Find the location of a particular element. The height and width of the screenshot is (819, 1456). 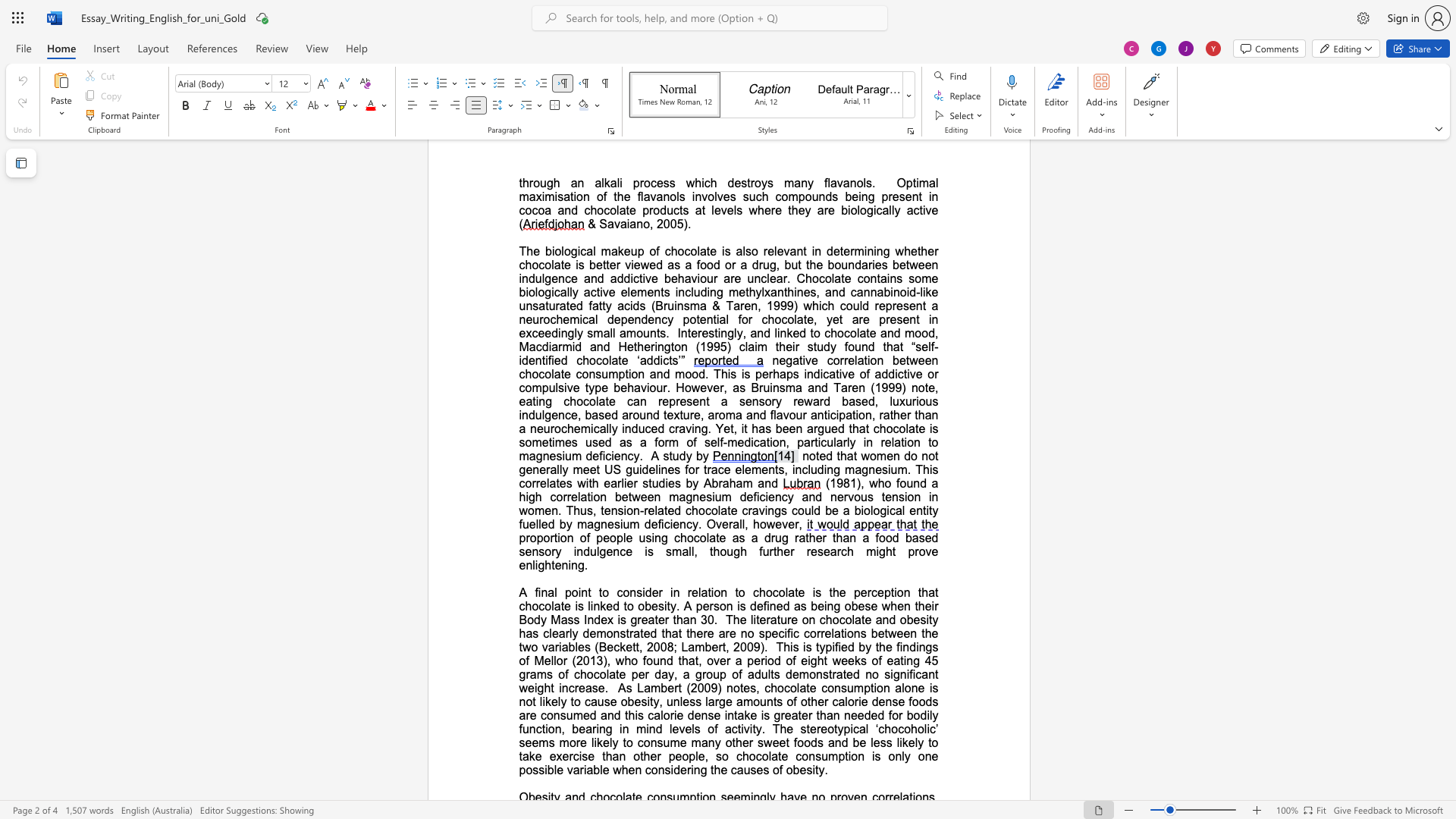

the 1th character "f" in the text is located at coordinates (536, 591).